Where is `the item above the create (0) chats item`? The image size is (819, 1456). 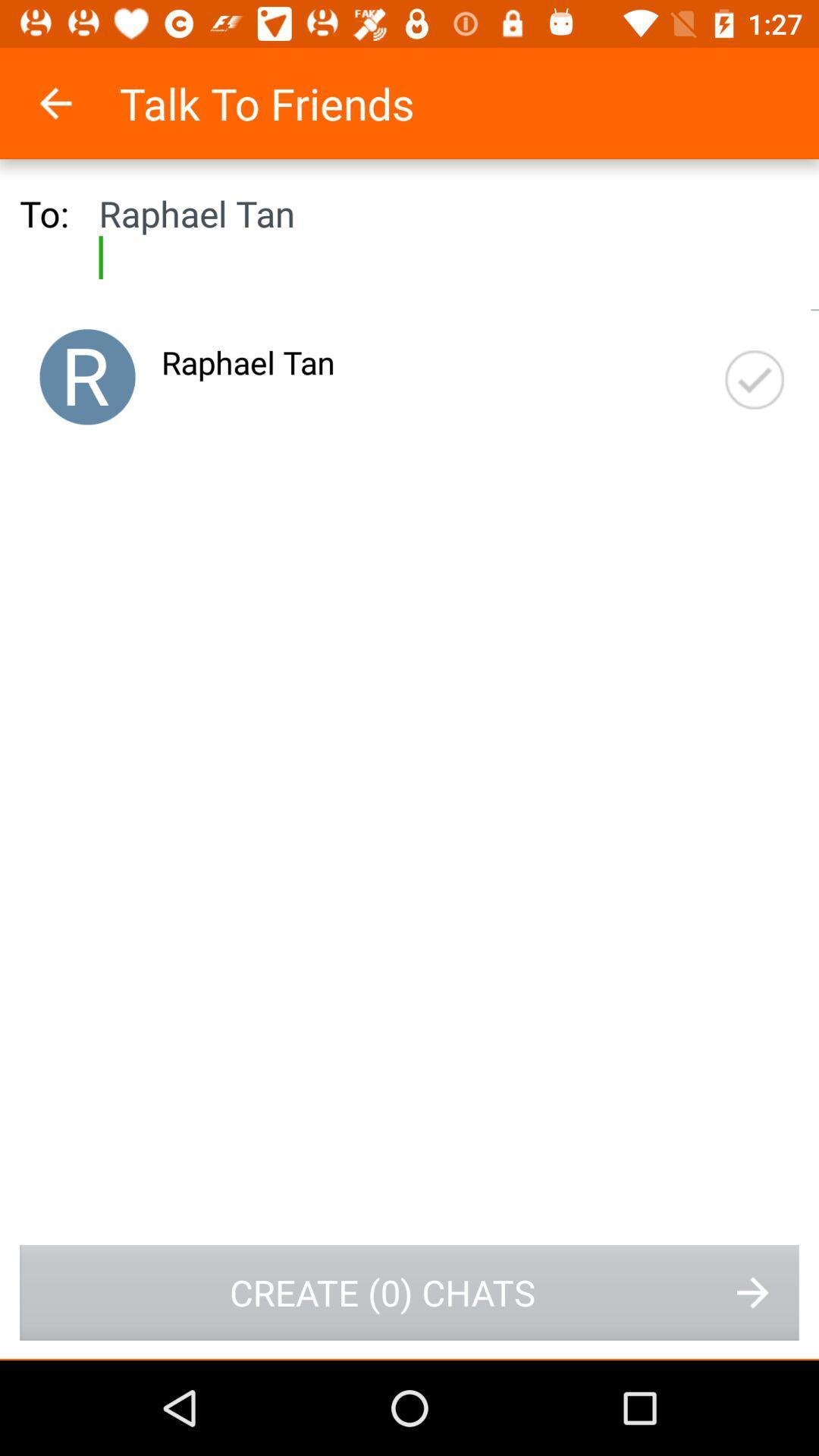
the item above the create (0) chats item is located at coordinates (87, 377).